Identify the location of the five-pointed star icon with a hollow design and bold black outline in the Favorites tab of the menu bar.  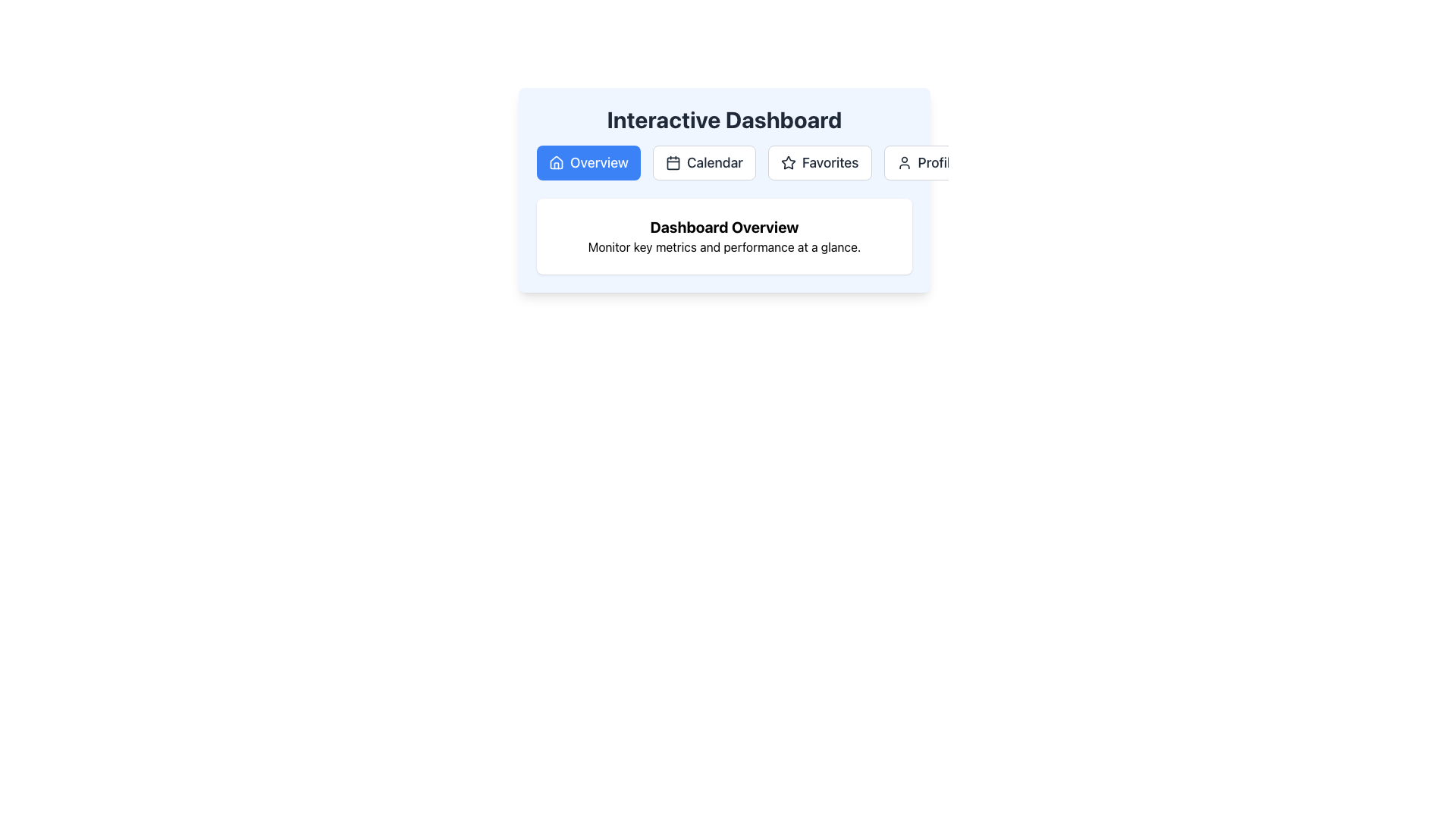
(787, 162).